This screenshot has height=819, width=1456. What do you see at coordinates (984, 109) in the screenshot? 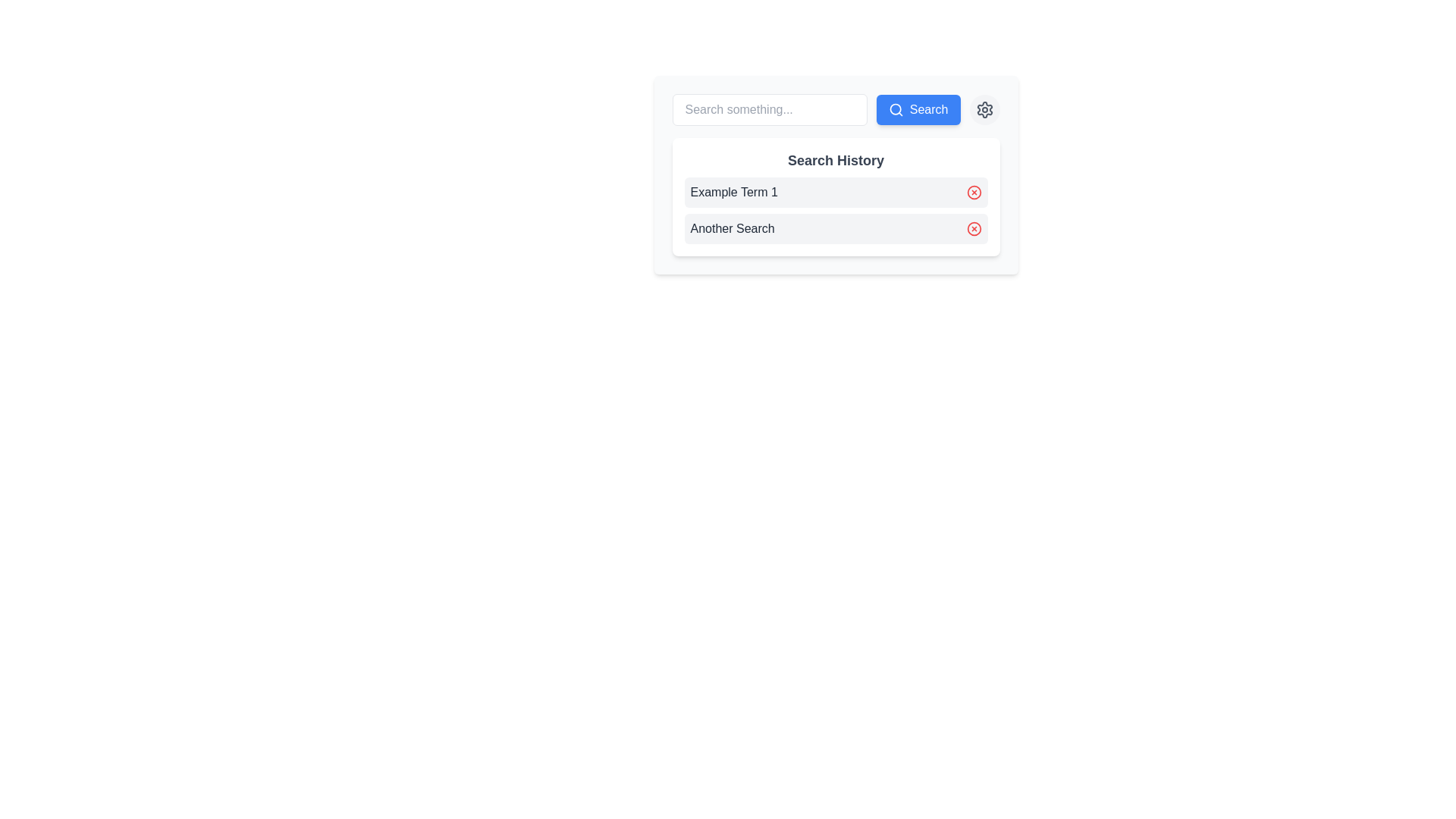
I see `the settings button with an embedded icon located at the rightmost end of the search bar section` at bounding box center [984, 109].